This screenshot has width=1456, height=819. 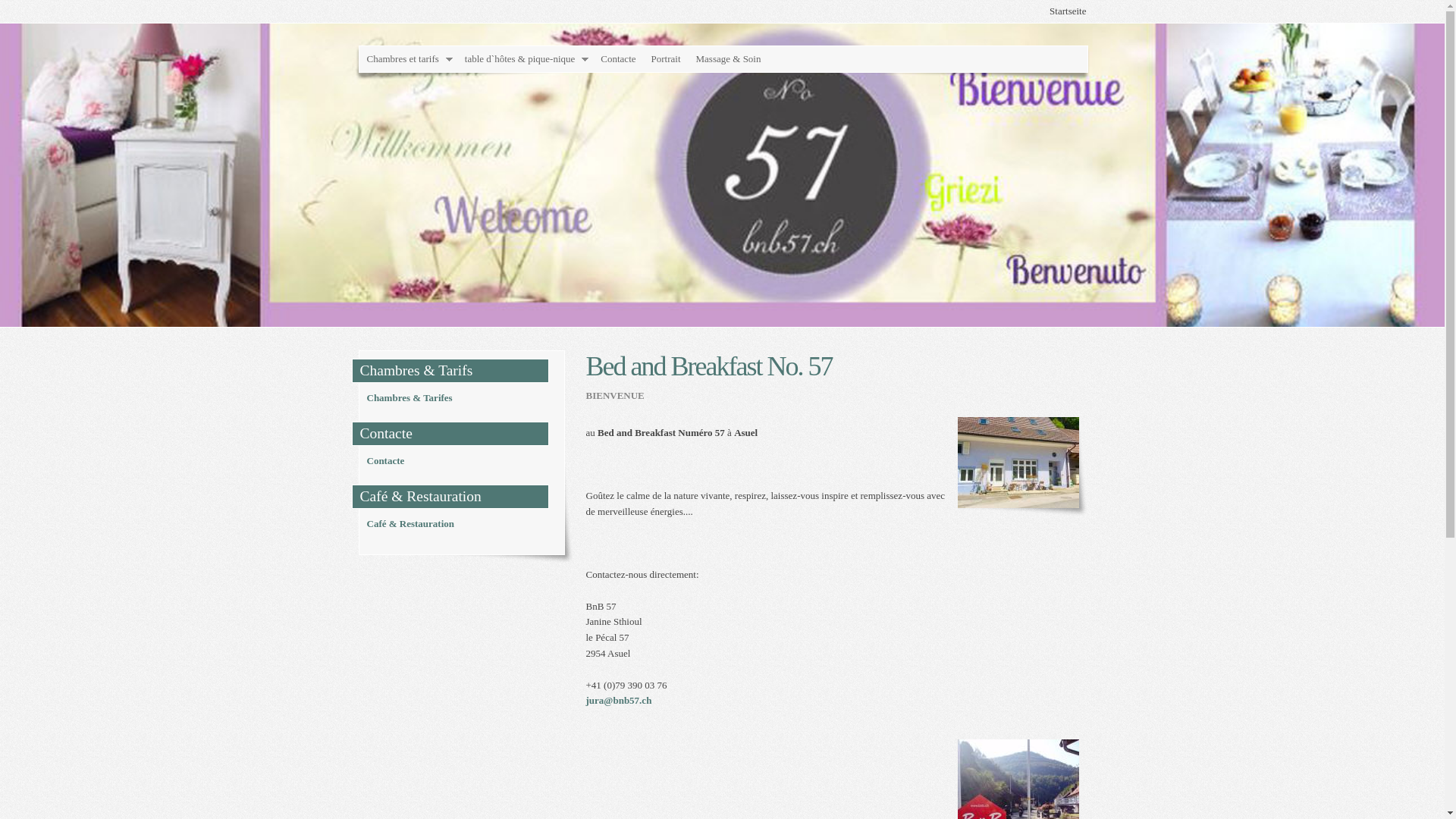 What do you see at coordinates (367, 460) in the screenshot?
I see `'Contacte'` at bounding box center [367, 460].